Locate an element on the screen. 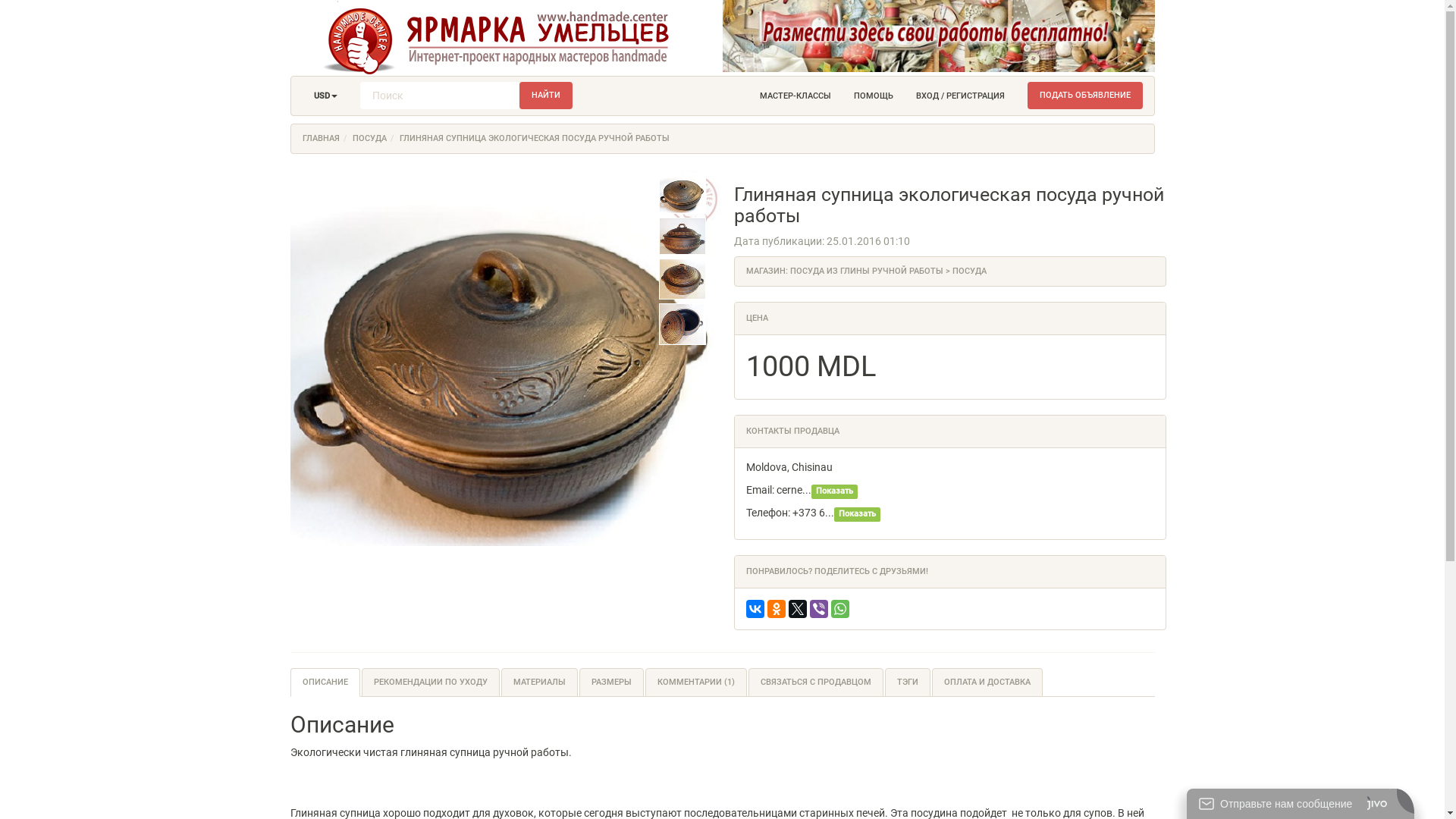 This screenshot has width=1456, height=819. 'USD' is located at coordinates (302, 96).